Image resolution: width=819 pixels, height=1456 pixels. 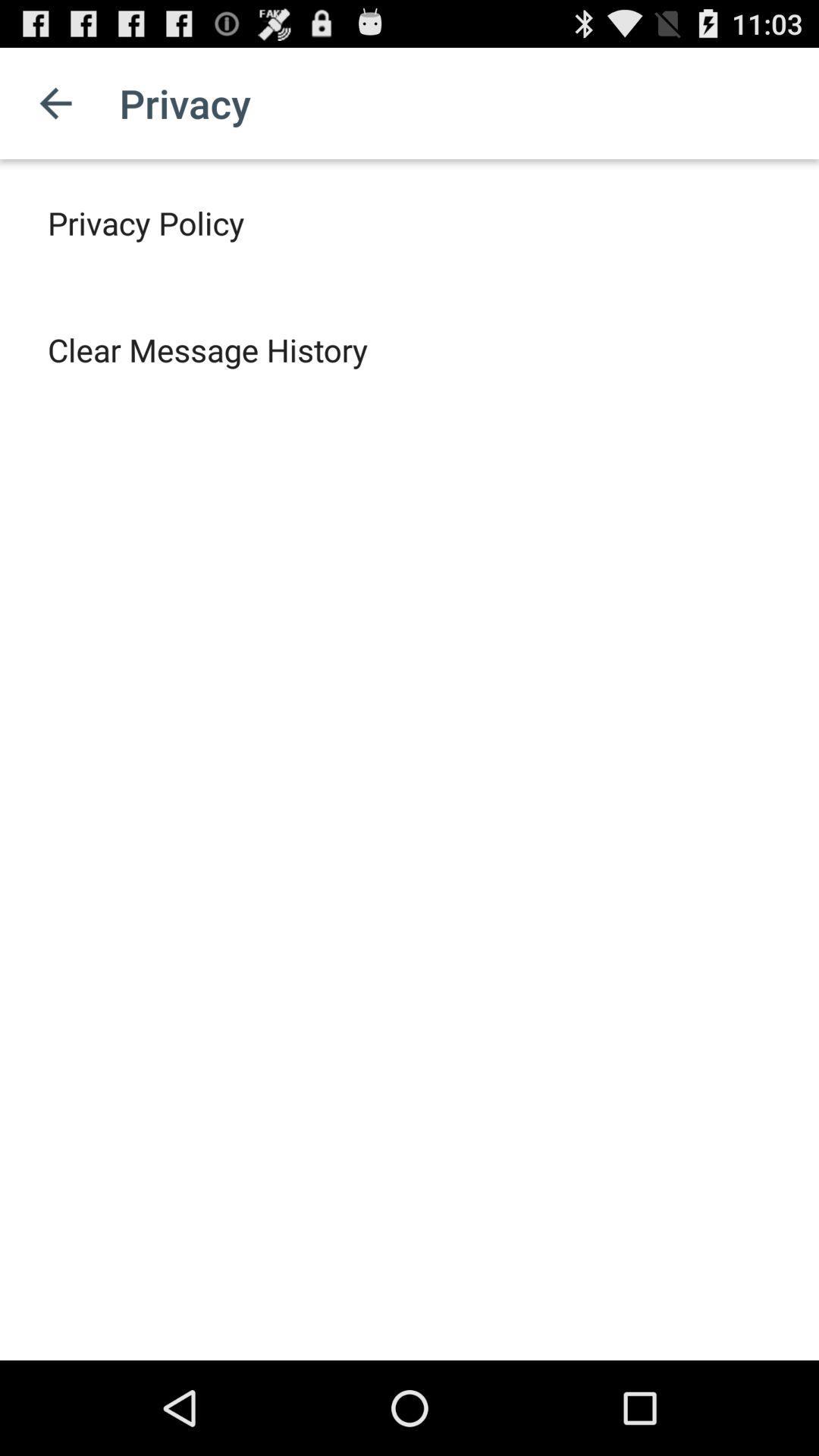 I want to click on the clear message history item, so click(x=208, y=349).